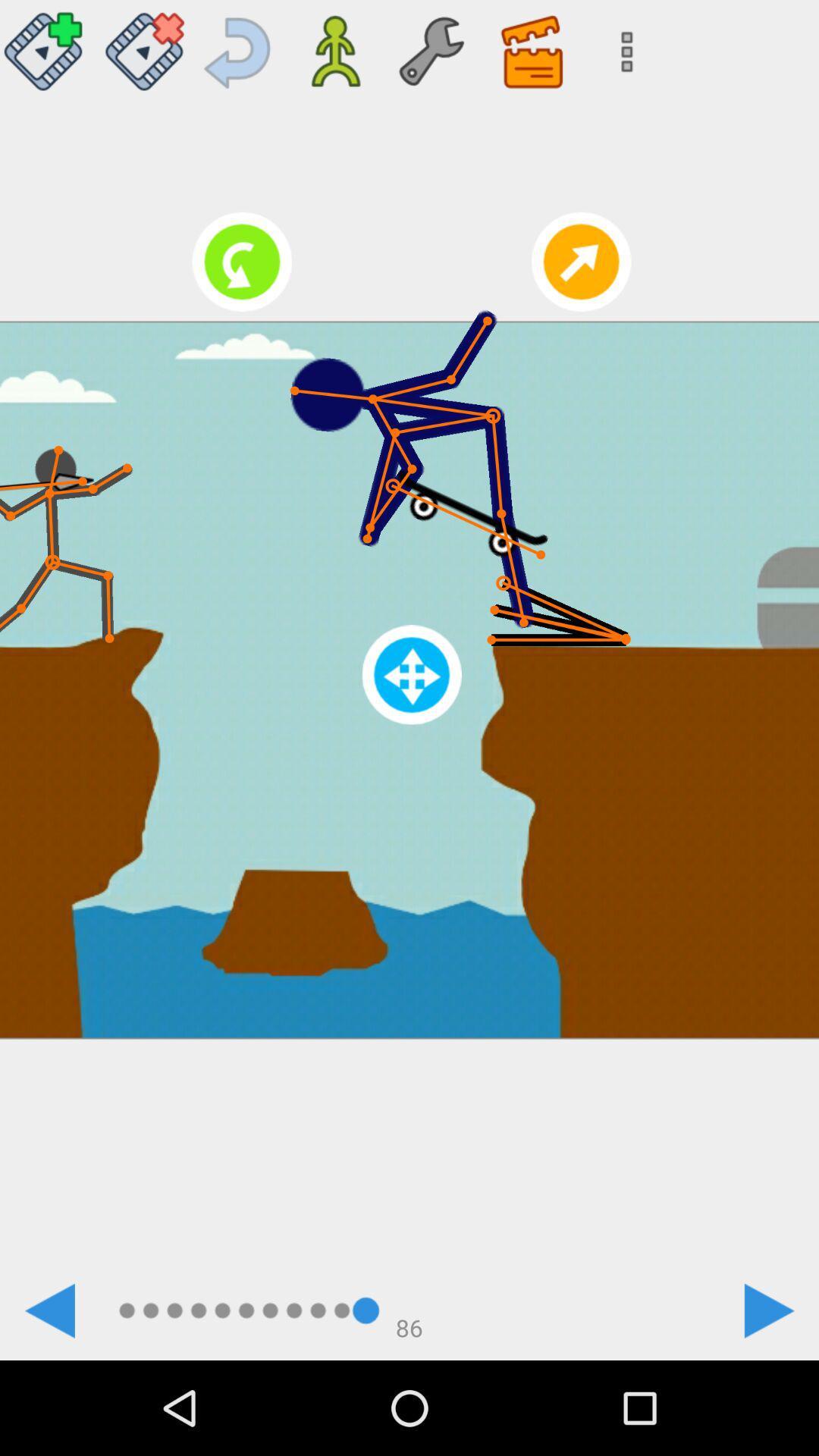  What do you see at coordinates (622, 45) in the screenshot?
I see `search` at bounding box center [622, 45].